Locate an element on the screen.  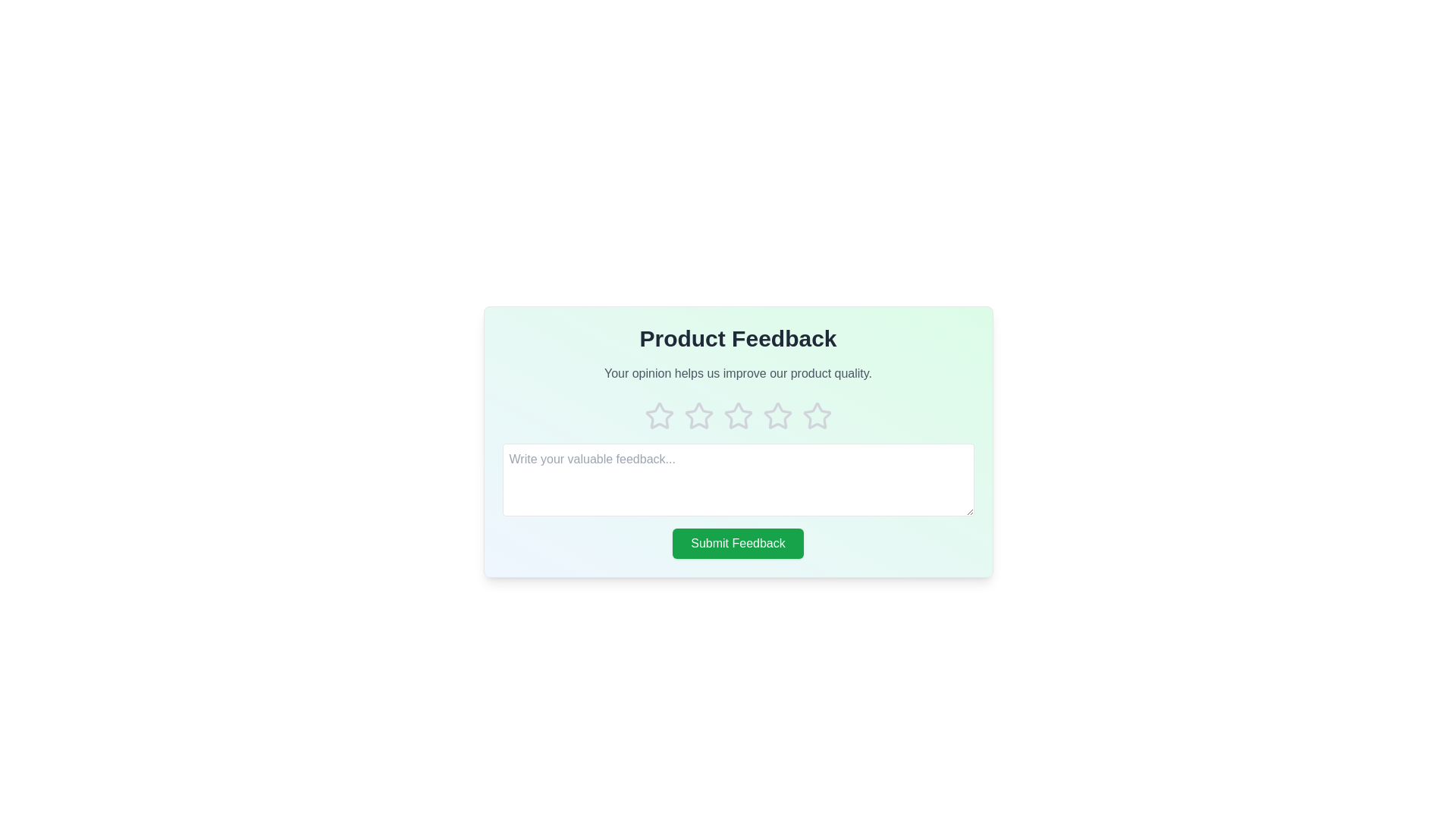
the third star in the rating system located below the 'Product Feedback' header and above the 'Write your valuable feedback...' input box is located at coordinates (777, 416).